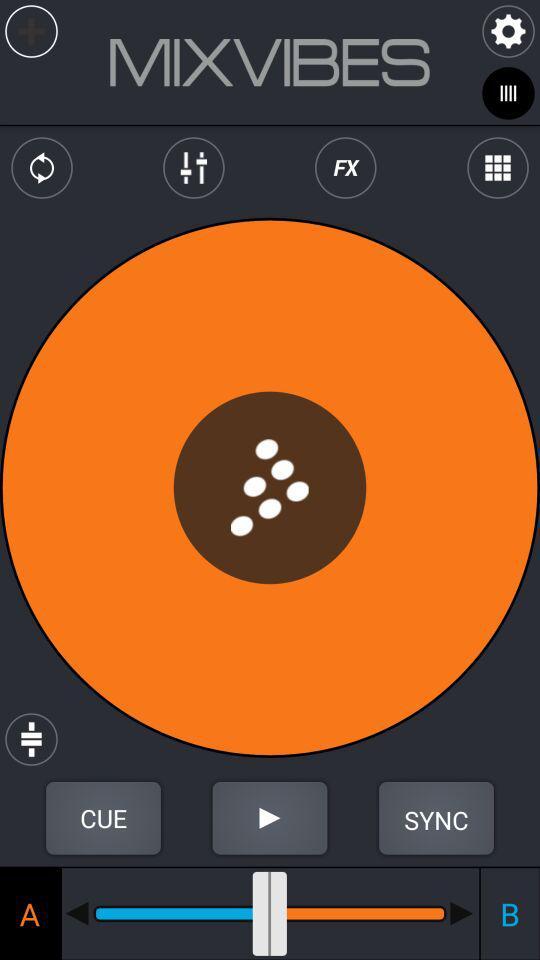 Image resolution: width=540 pixels, height=960 pixels. What do you see at coordinates (496, 167) in the screenshot?
I see `more options` at bounding box center [496, 167].